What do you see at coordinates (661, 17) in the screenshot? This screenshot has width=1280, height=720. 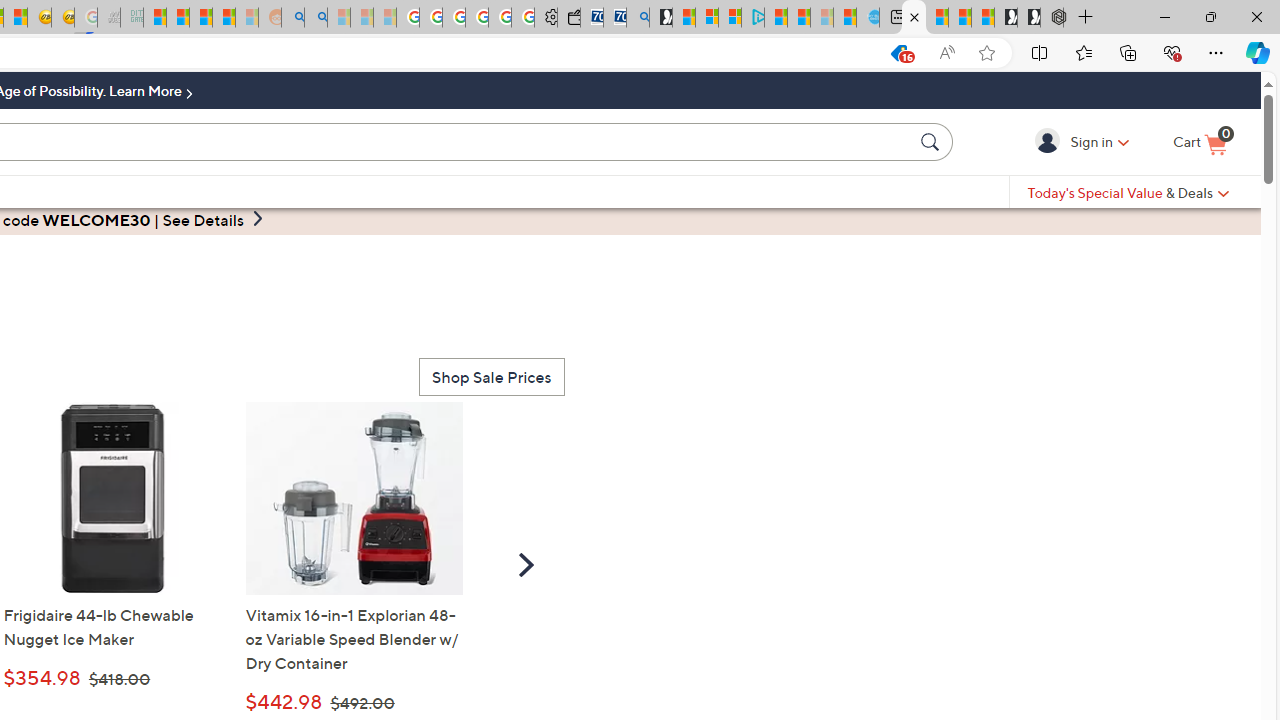 I see `'Microsoft Start Gaming'` at bounding box center [661, 17].